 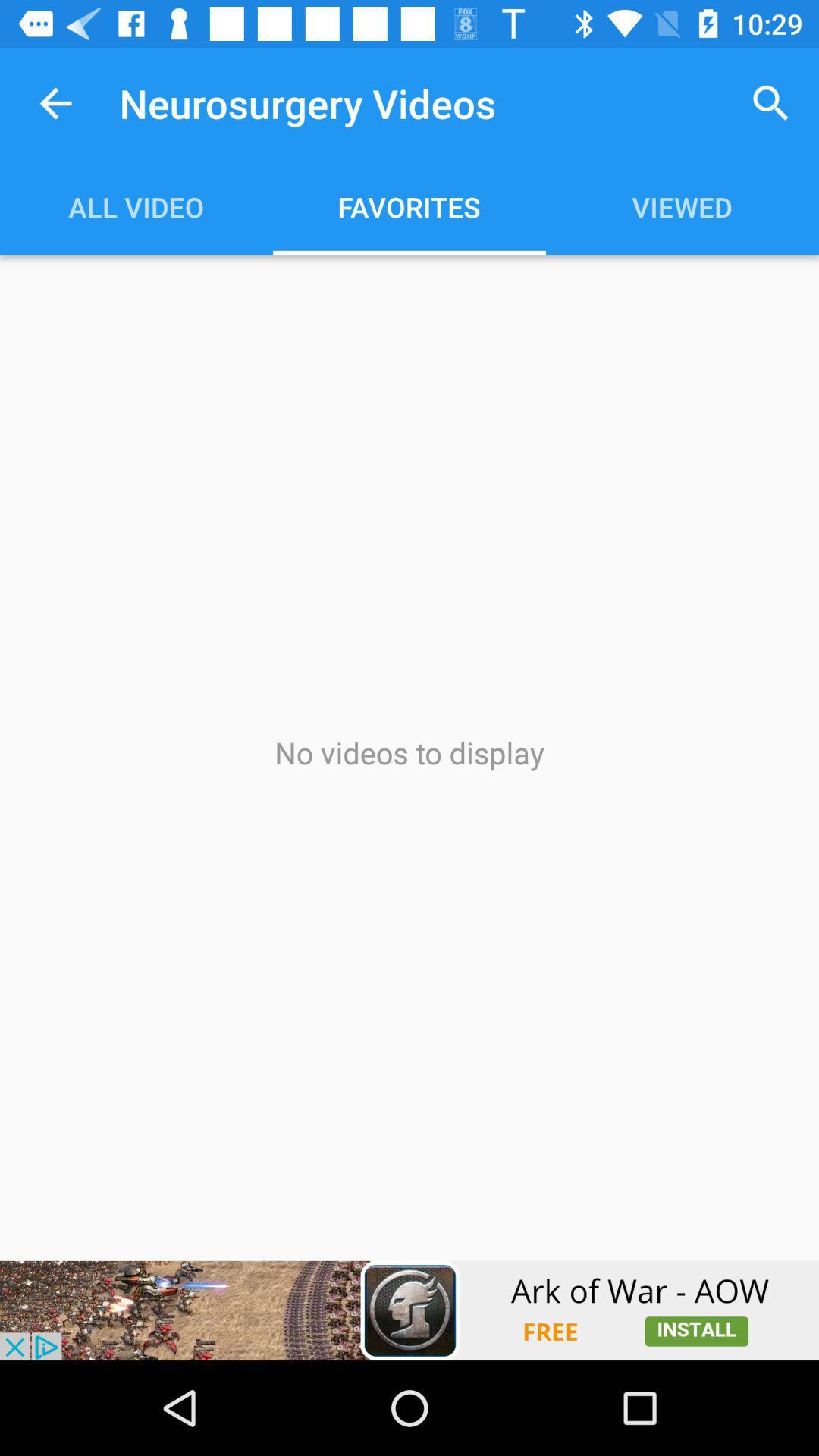 What do you see at coordinates (409, 1310) in the screenshot?
I see `try this app` at bounding box center [409, 1310].